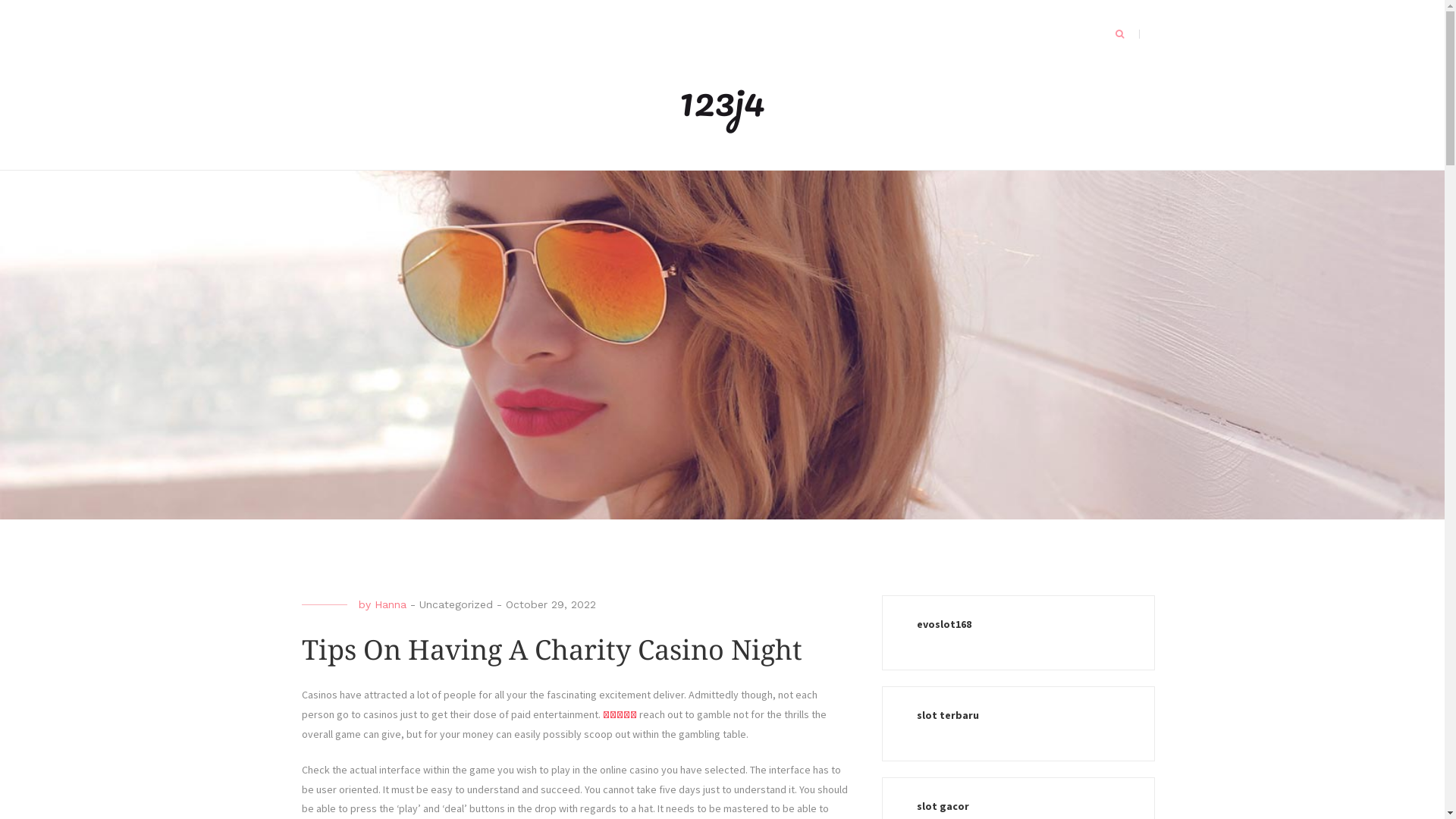 The image size is (1456, 819). Describe the element at coordinates (505, 604) in the screenshot. I see `'October 29, 2022'` at that location.